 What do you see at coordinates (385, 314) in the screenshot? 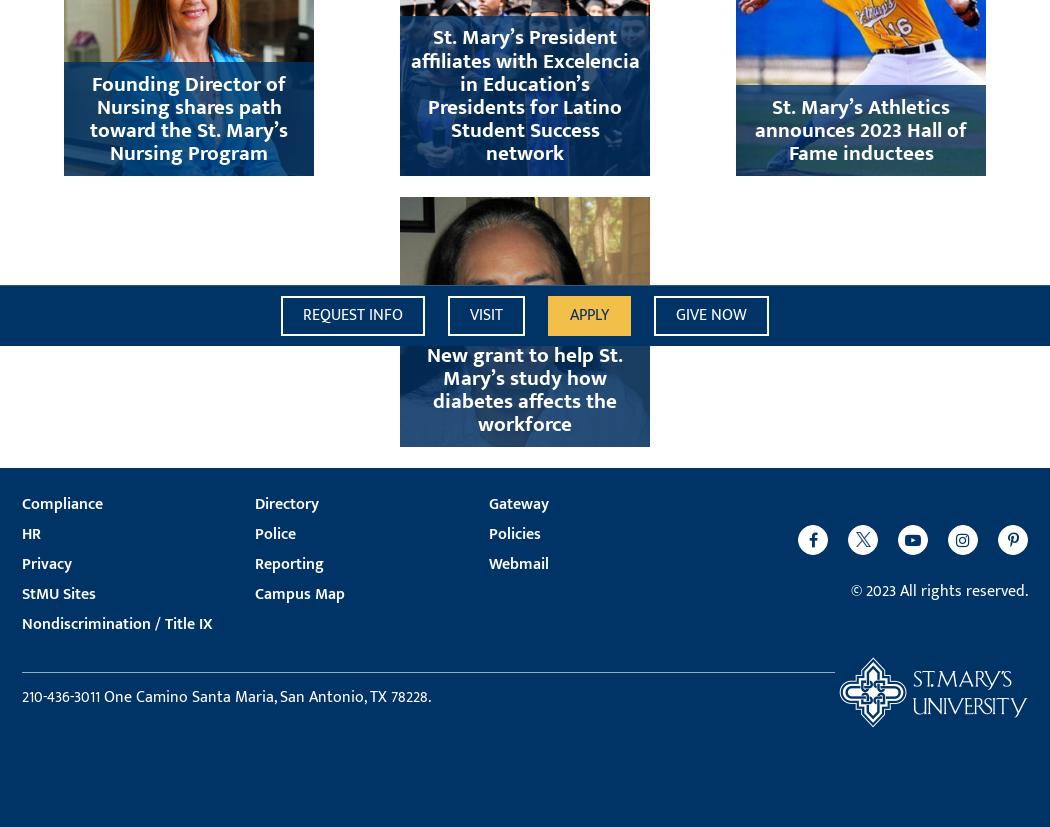
I see `'Info'` at bounding box center [385, 314].